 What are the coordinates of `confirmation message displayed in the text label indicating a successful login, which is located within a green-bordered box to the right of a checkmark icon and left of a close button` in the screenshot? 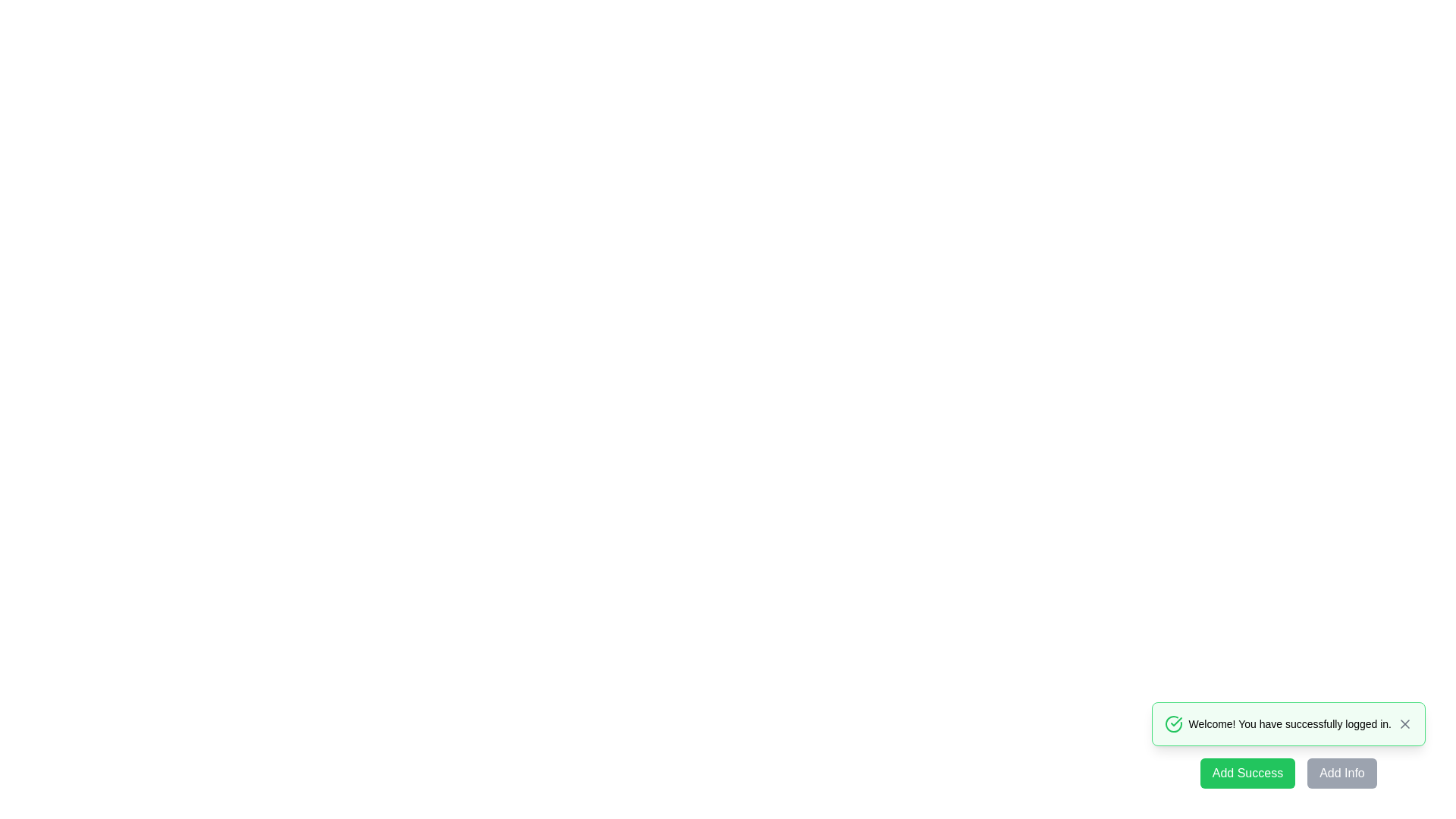 It's located at (1289, 723).